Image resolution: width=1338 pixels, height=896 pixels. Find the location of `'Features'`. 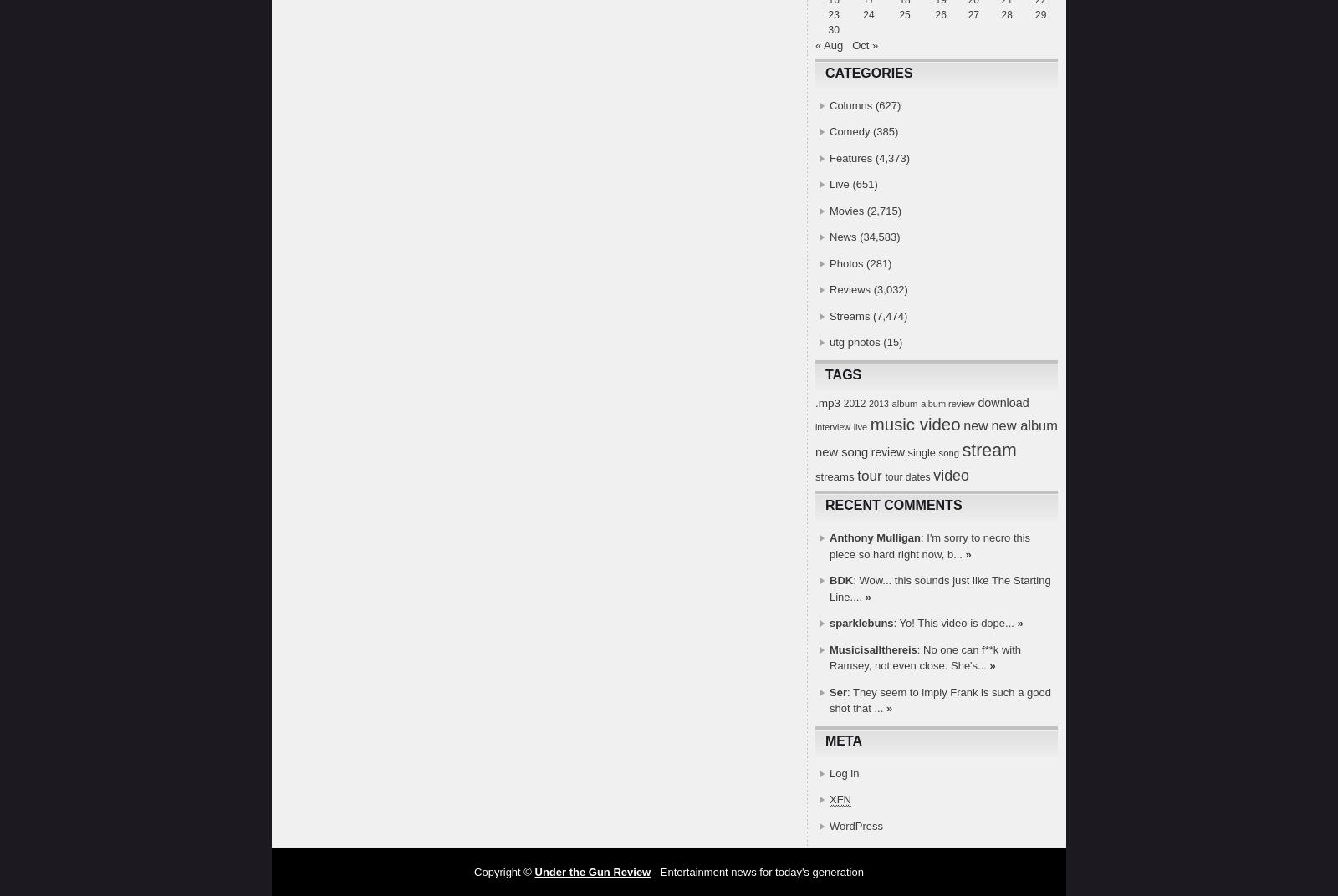

'Features' is located at coordinates (850, 156).